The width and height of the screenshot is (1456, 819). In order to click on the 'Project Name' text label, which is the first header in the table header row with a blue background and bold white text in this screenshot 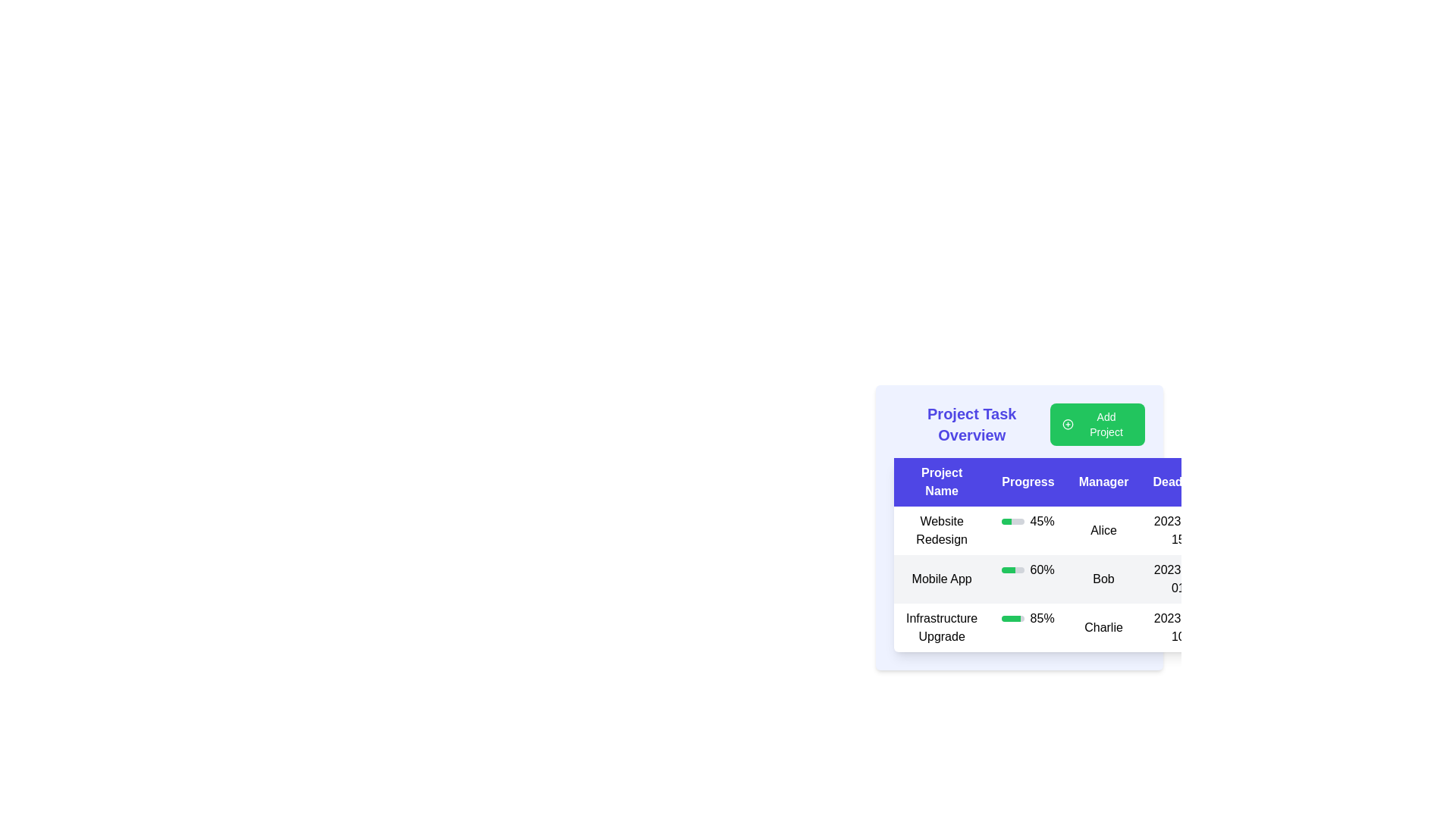, I will do `click(941, 482)`.